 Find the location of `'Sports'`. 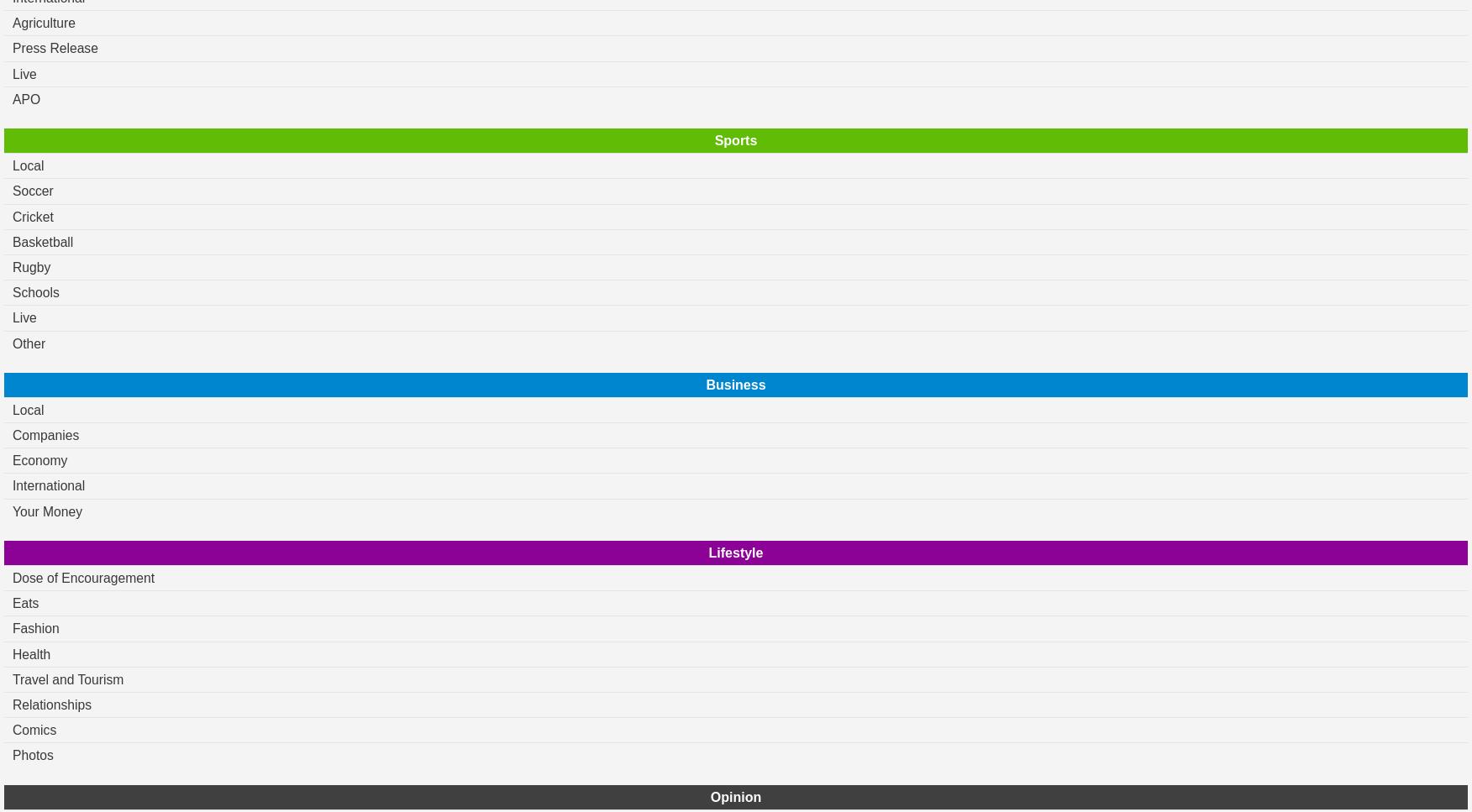

'Sports' is located at coordinates (734, 140).